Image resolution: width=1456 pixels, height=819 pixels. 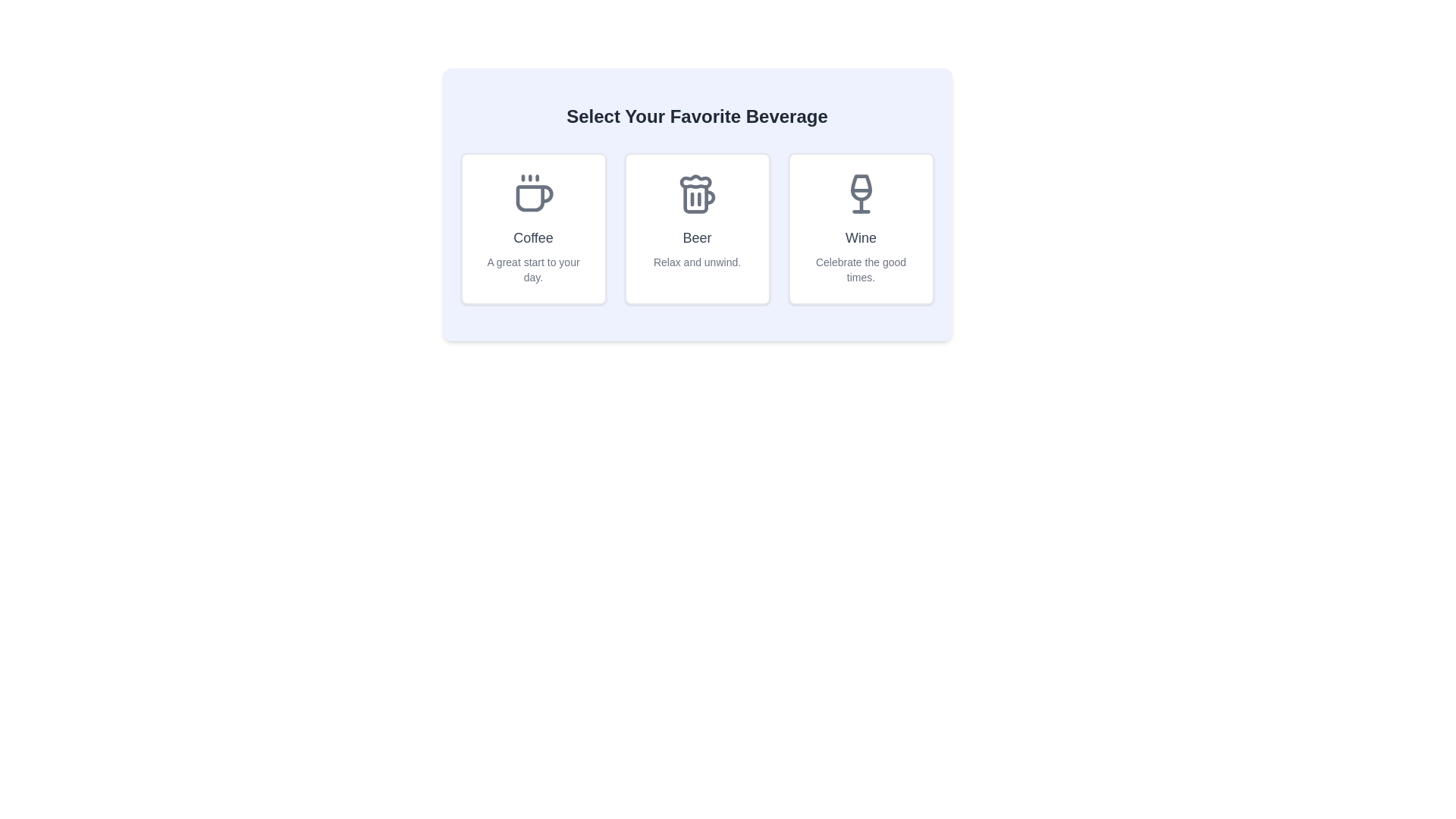 What do you see at coordinates (696, 205) in the screenshot?
I see `the interactive card representing the 'Beer' option in the beverage selection list to choose it as the selected beverage` at bounding box center [696, 205].